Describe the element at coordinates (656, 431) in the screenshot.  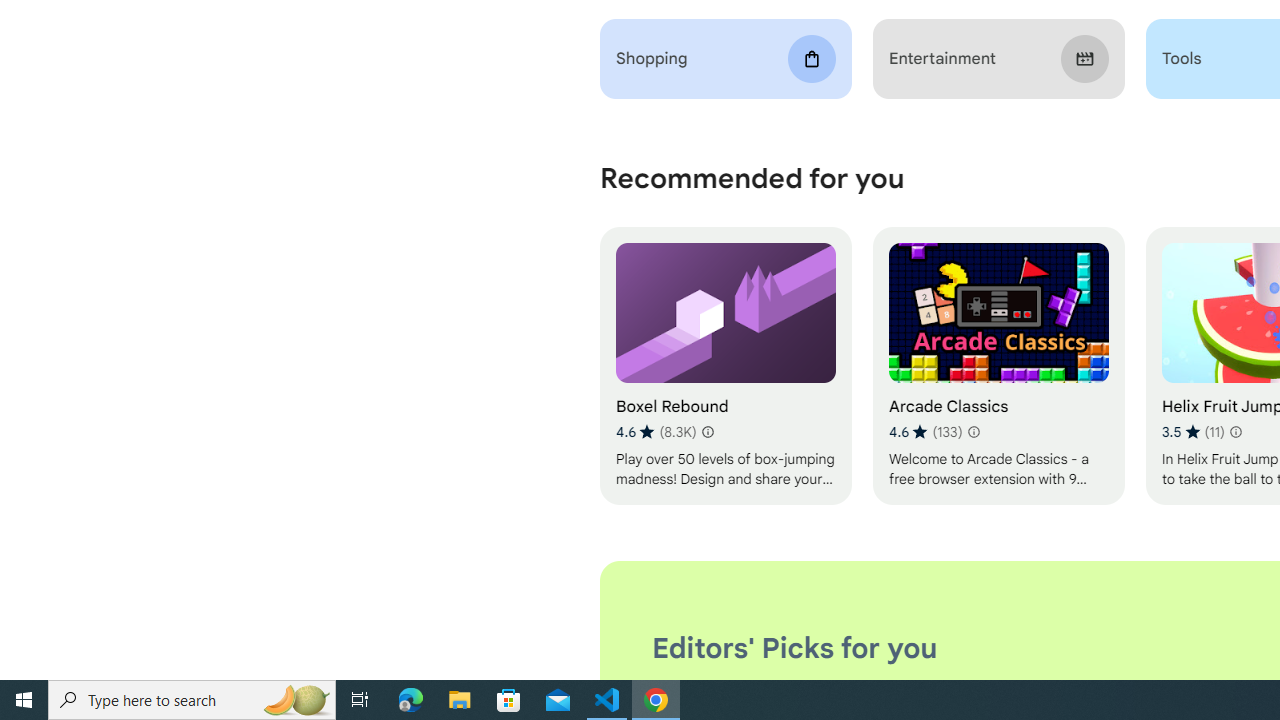
I see `'Average rating 4.6 out of 5 stars. 8.3K ratings.'` at that location.